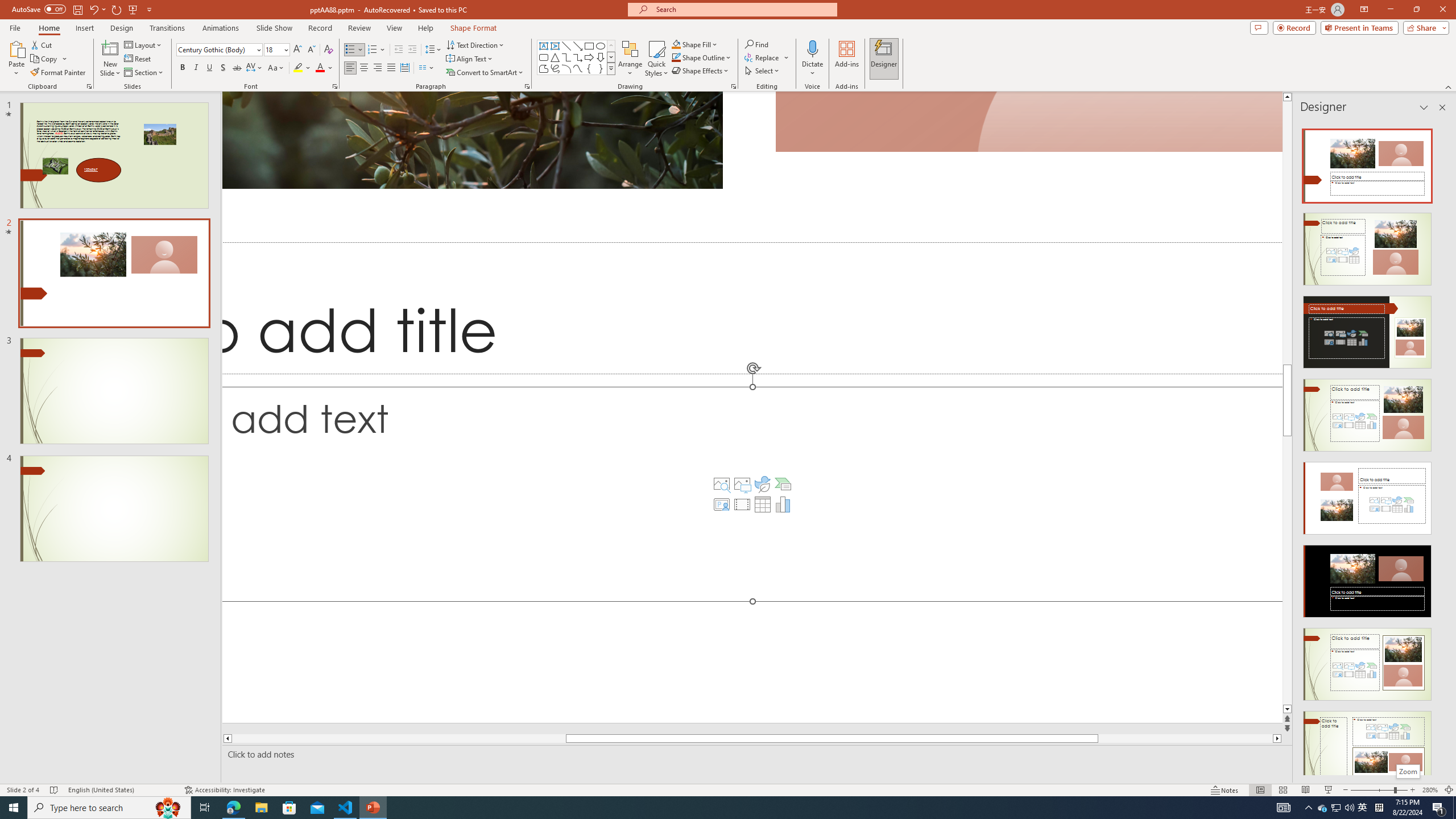 This screenshot has width=1456, height=819. What do you see at coordinates (1359, 27) in the screenshot?
I see `'Present in Teams'` at bounding box center [1359, 27].